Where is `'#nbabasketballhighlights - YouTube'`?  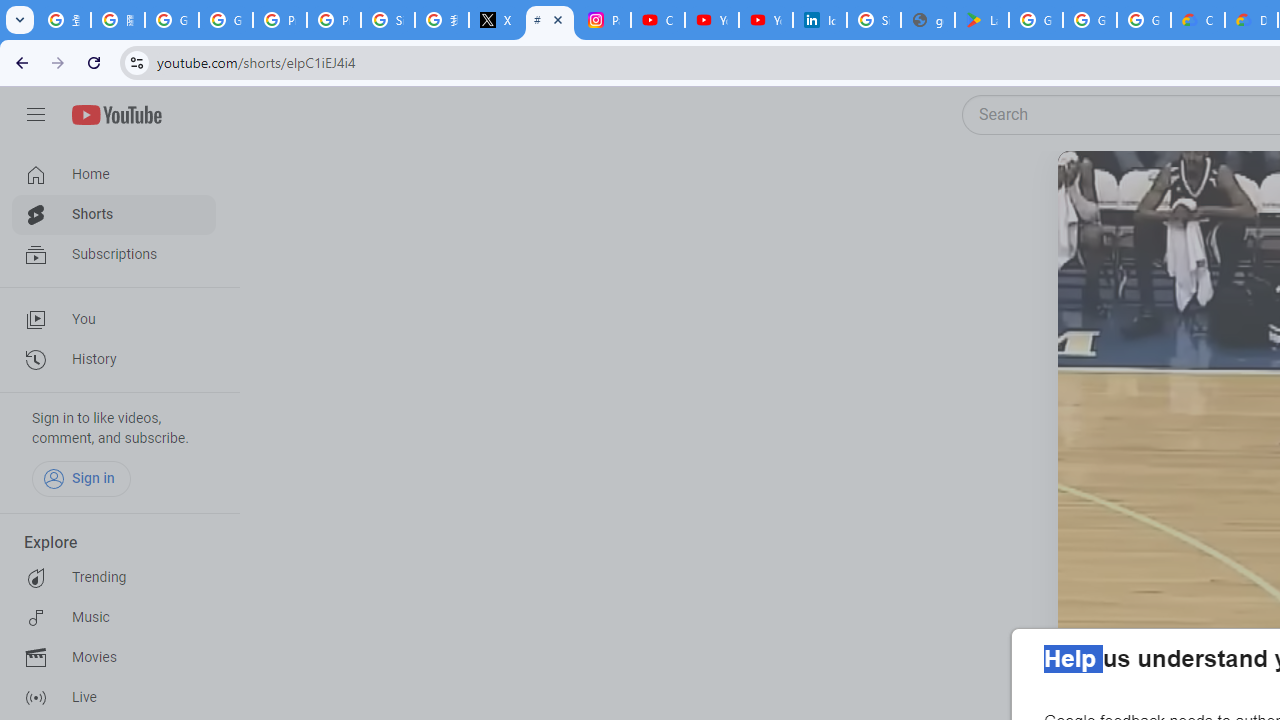
'#nbabasketballhighlights - YouTube' is located at coordinates (550, 20).